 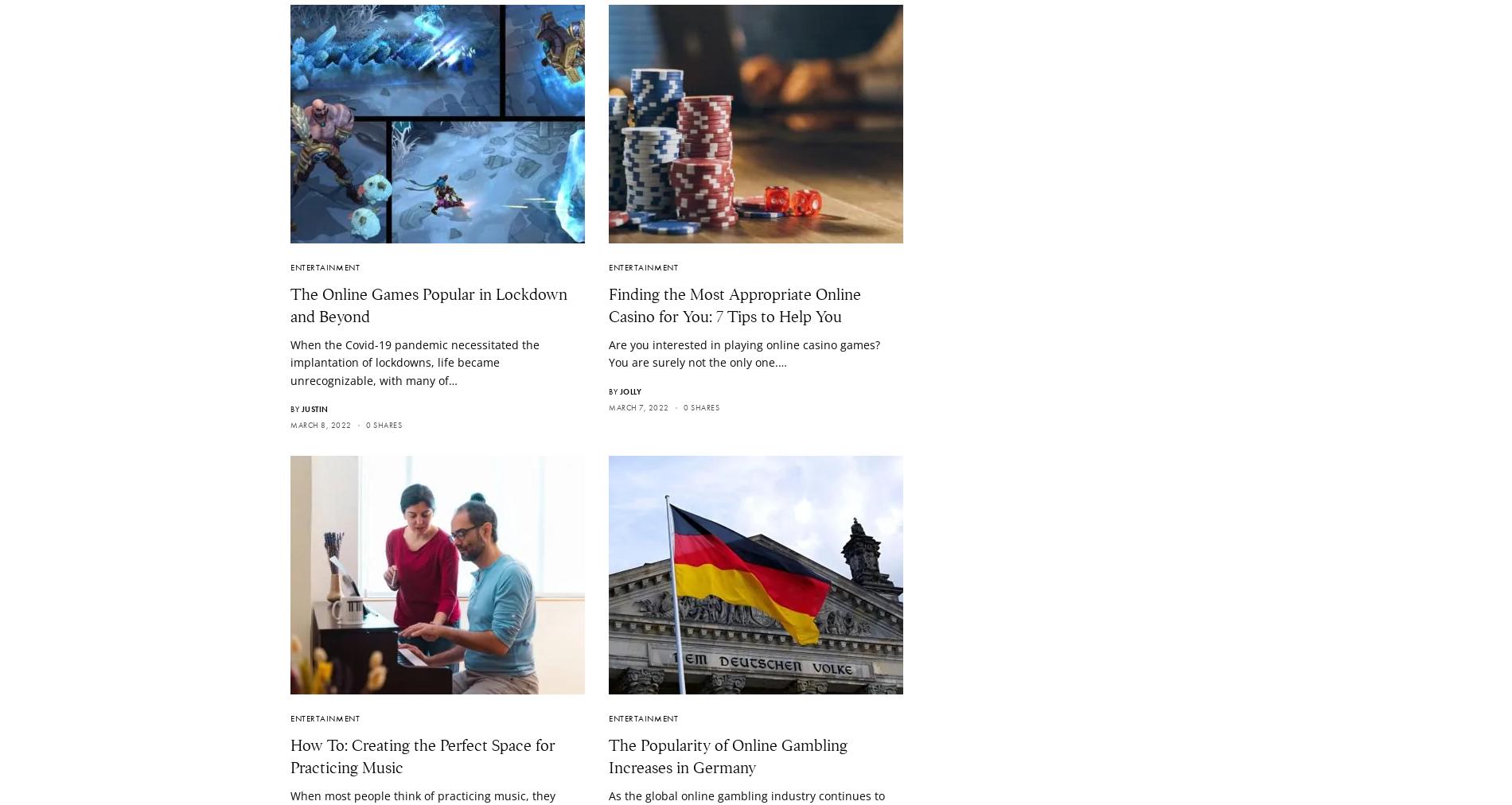 I want to click on 'Jolly', so click(x=618, y=391).